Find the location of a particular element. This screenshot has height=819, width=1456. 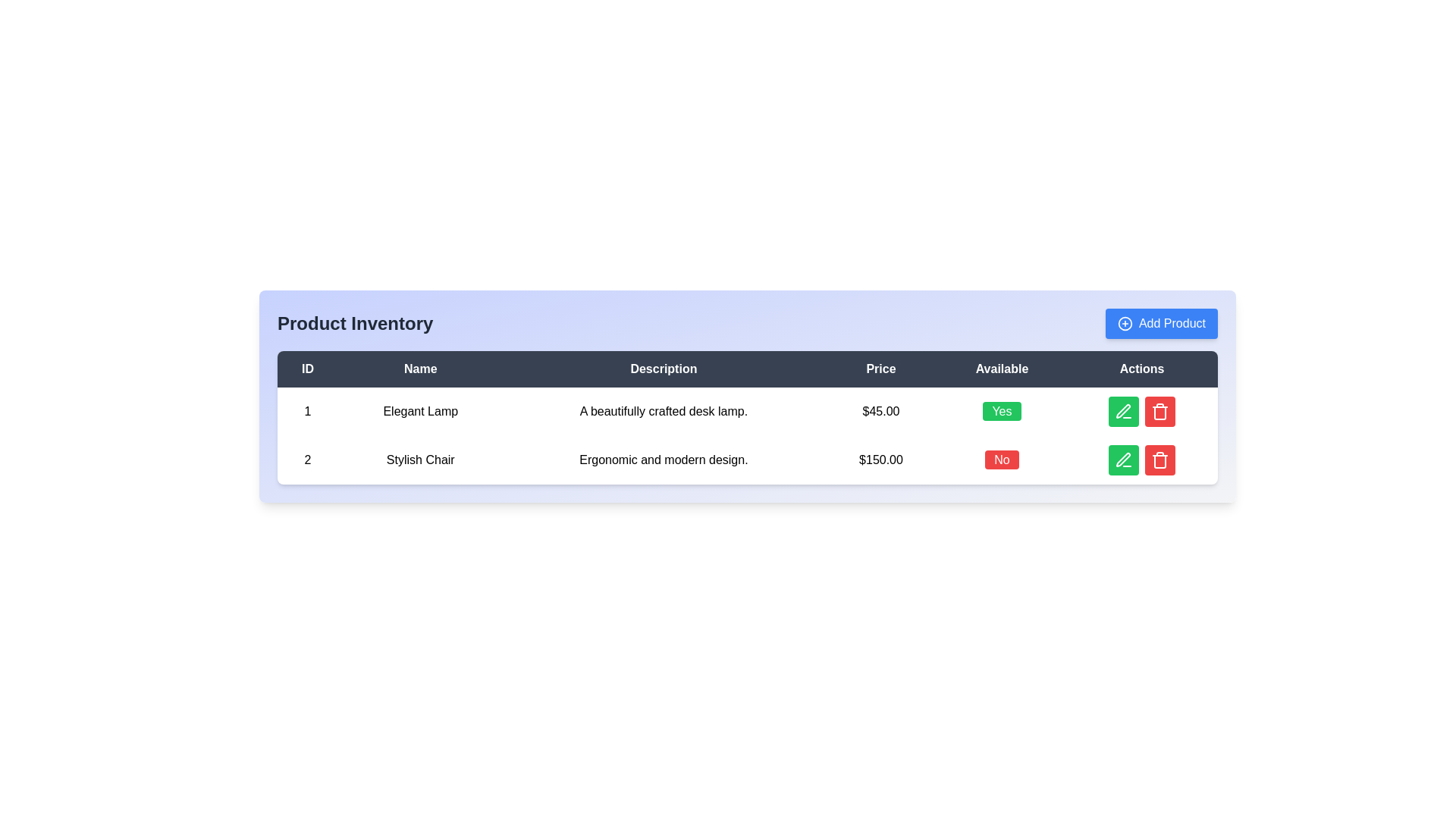

the product name text located in the second row of the table, directly under the 'Name' header and to the right of ID '2' is located at coordinates (420, 459).